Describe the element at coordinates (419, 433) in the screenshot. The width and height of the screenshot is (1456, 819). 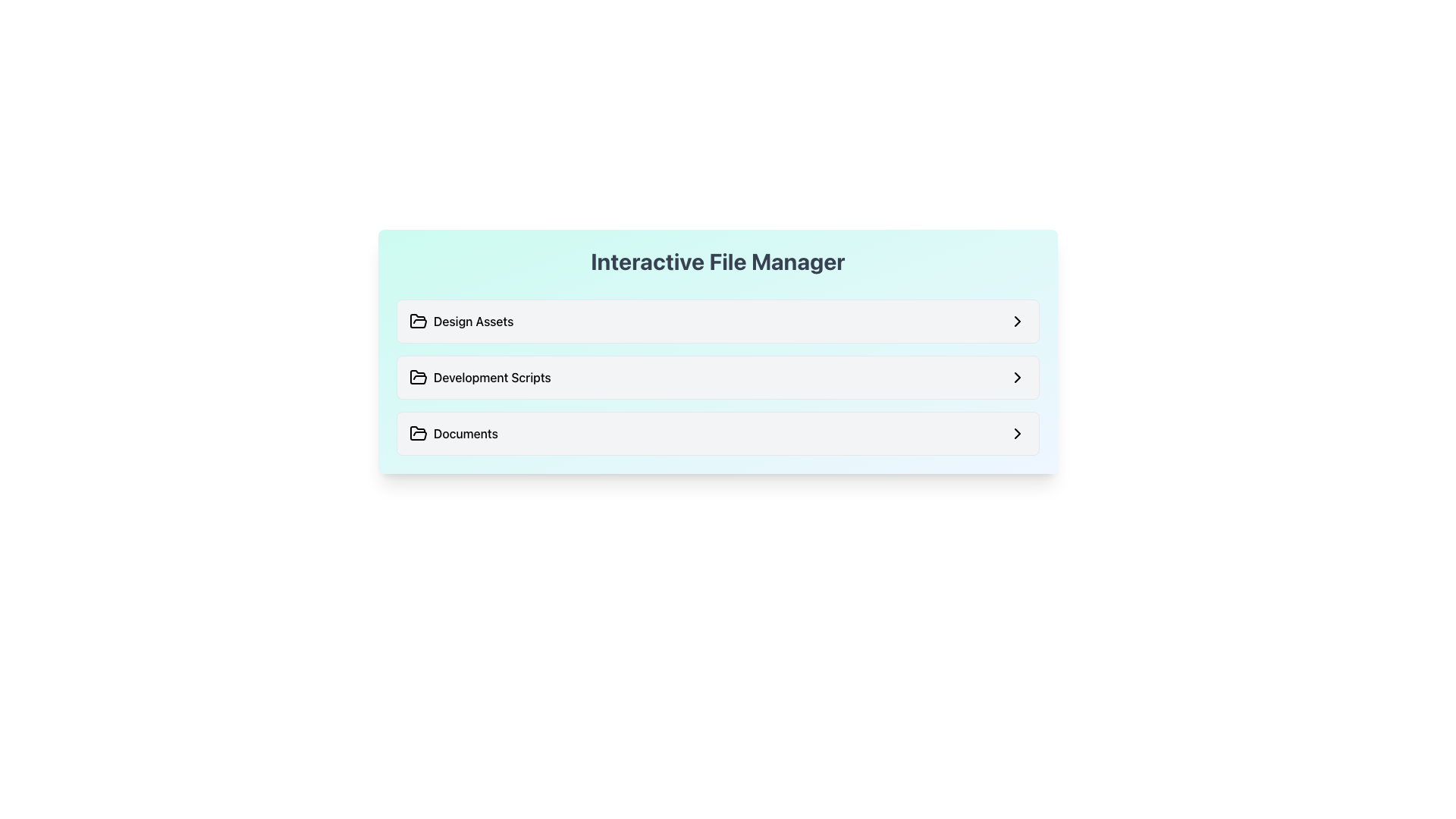
I see `the folder icon, which is a stylized outline of a folder located to the left of the 'Documents' label in the Interactive File Manager` at that location.